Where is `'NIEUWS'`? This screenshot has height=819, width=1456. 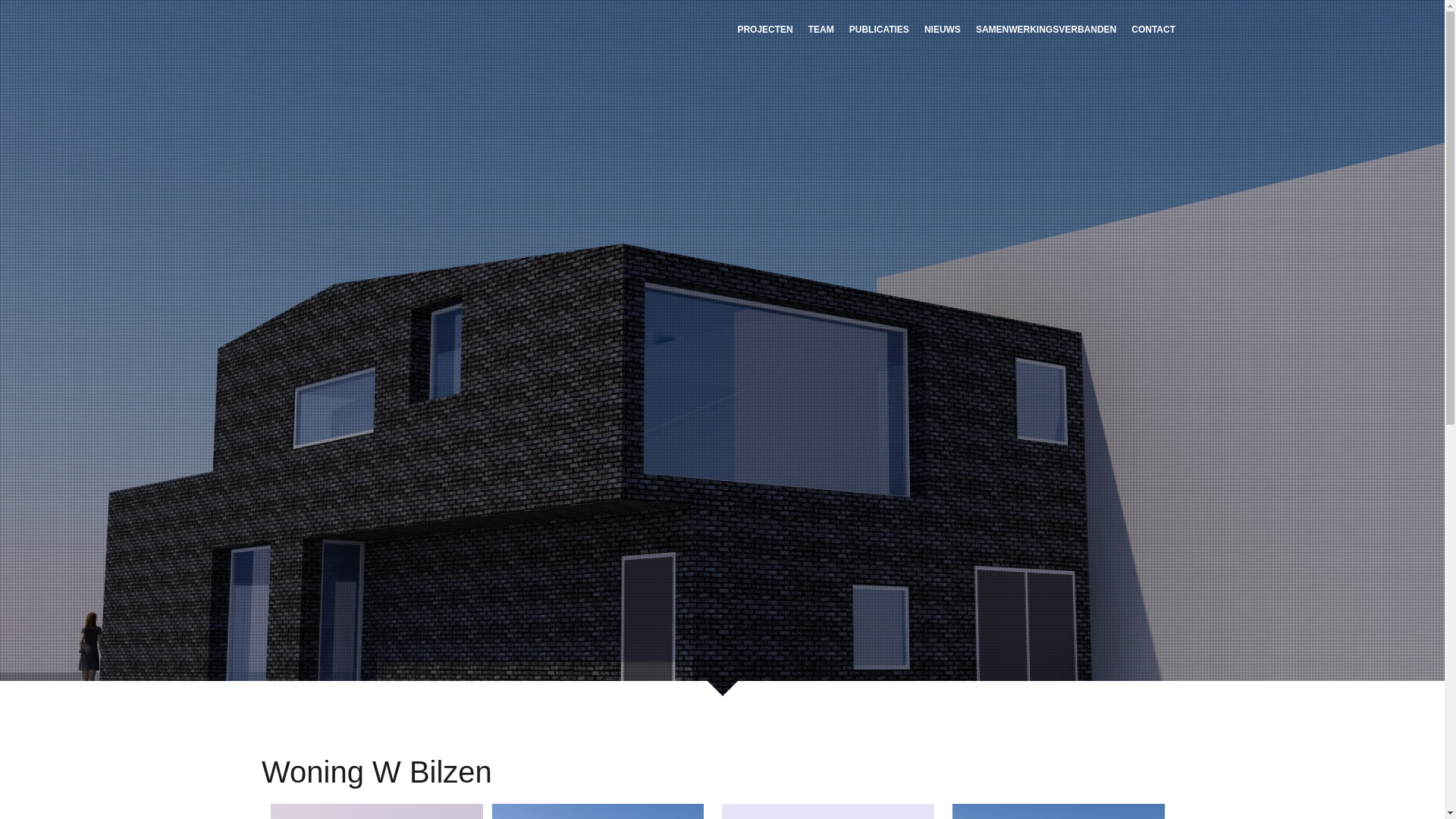
'NIEUWS' is located at coordinates (916, 28).